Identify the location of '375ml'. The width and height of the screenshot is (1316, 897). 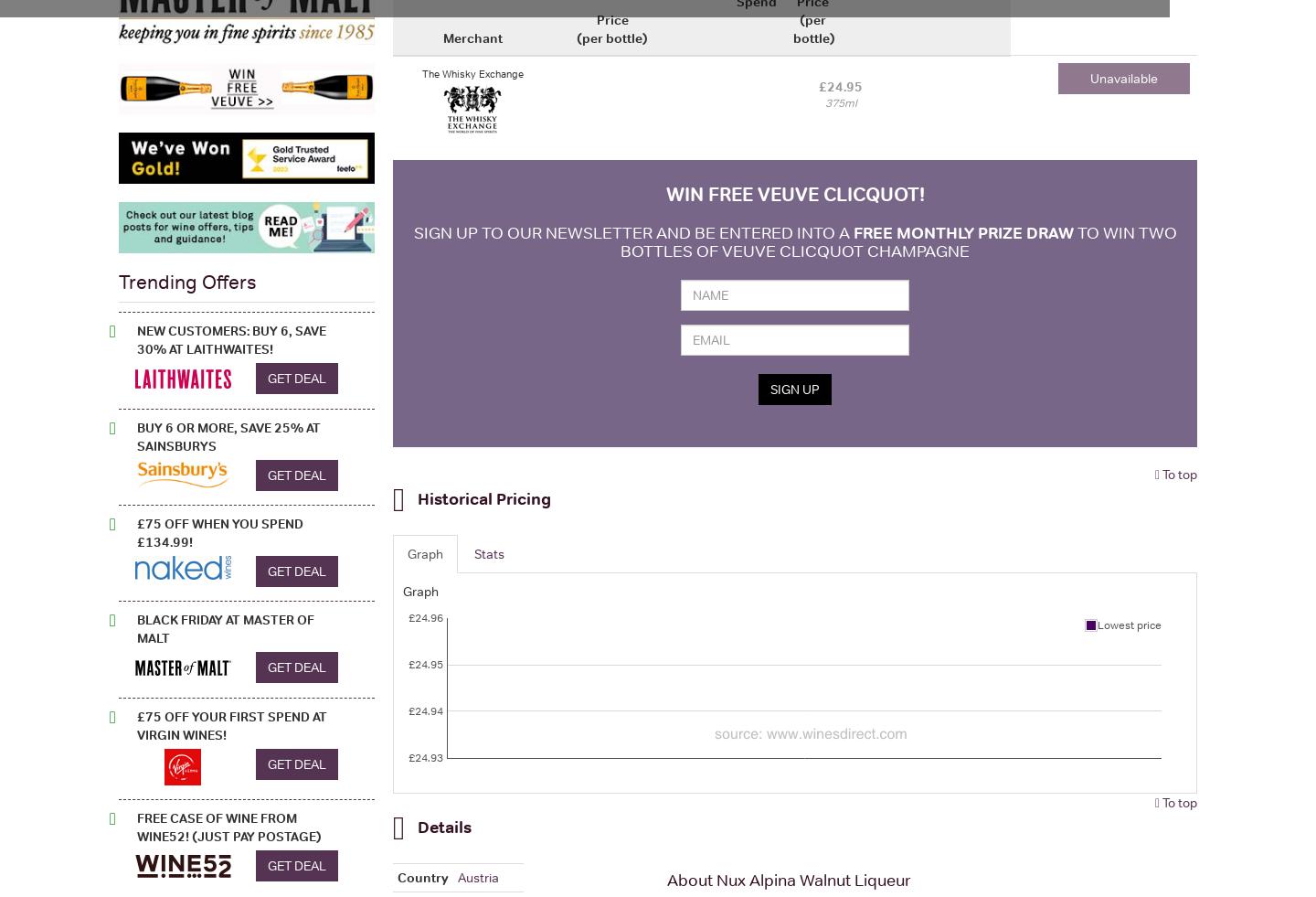
(840, 101).